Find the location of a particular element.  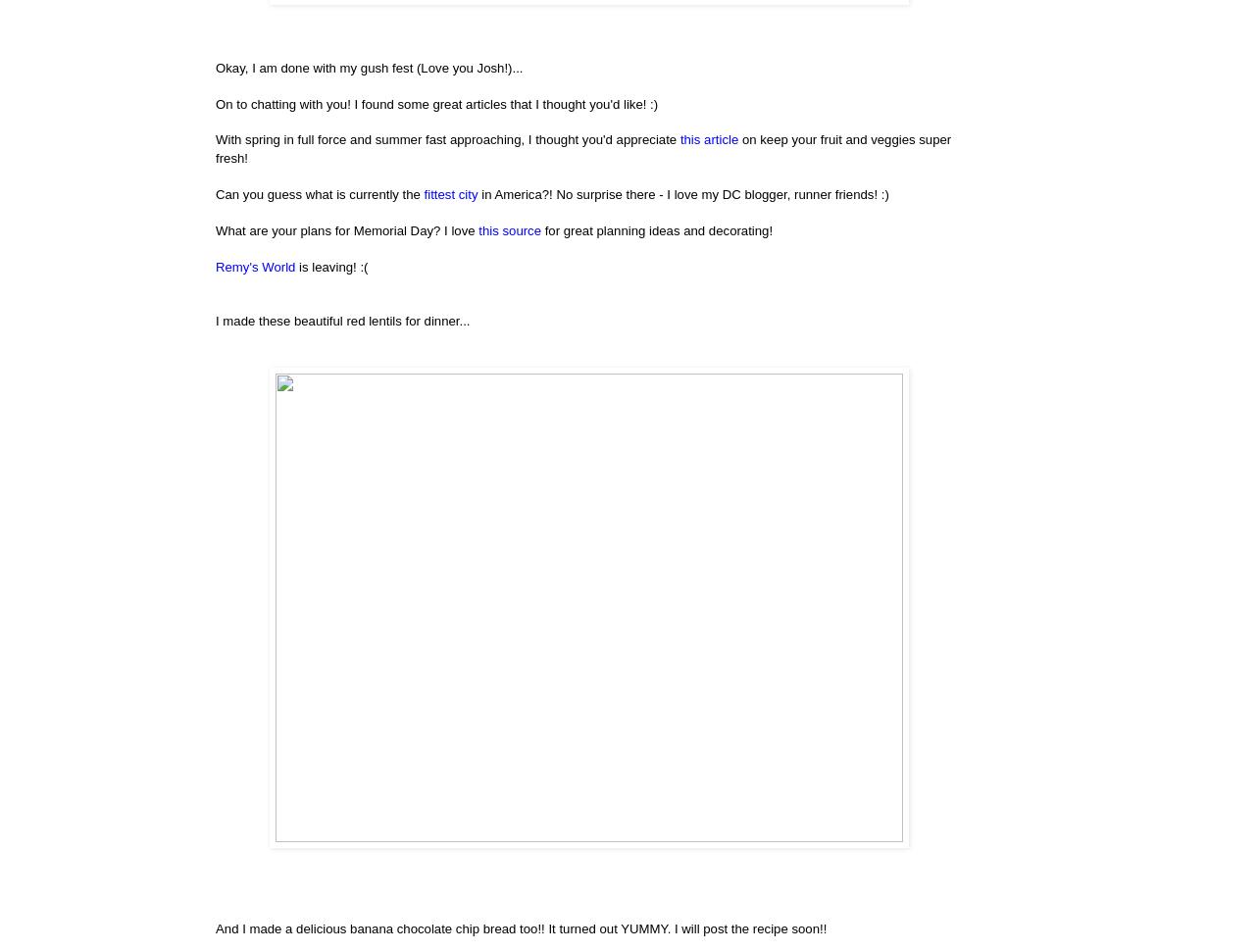

'And I made a delicious banana chocolate chip bread too!! It turned out YUMMY. I will post the recipe soon!!' is located at coordinates (215, 927).